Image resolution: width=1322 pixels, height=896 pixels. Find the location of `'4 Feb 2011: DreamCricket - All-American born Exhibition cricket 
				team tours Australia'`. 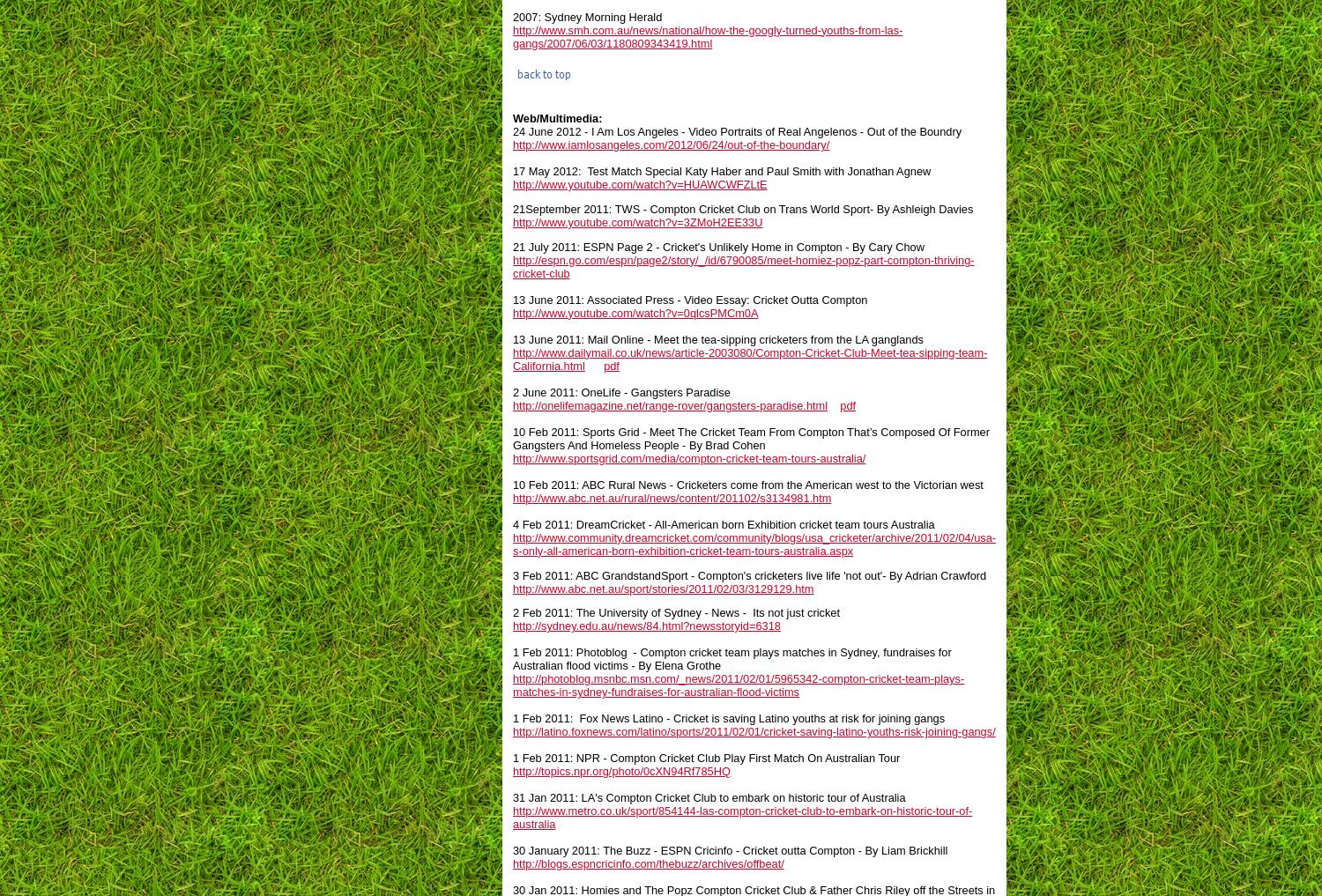

'4 Feb 2011: DreamCricket - All-American born Exhibition cricket 
				team tours Australia' is located at coordinates (512, 522).